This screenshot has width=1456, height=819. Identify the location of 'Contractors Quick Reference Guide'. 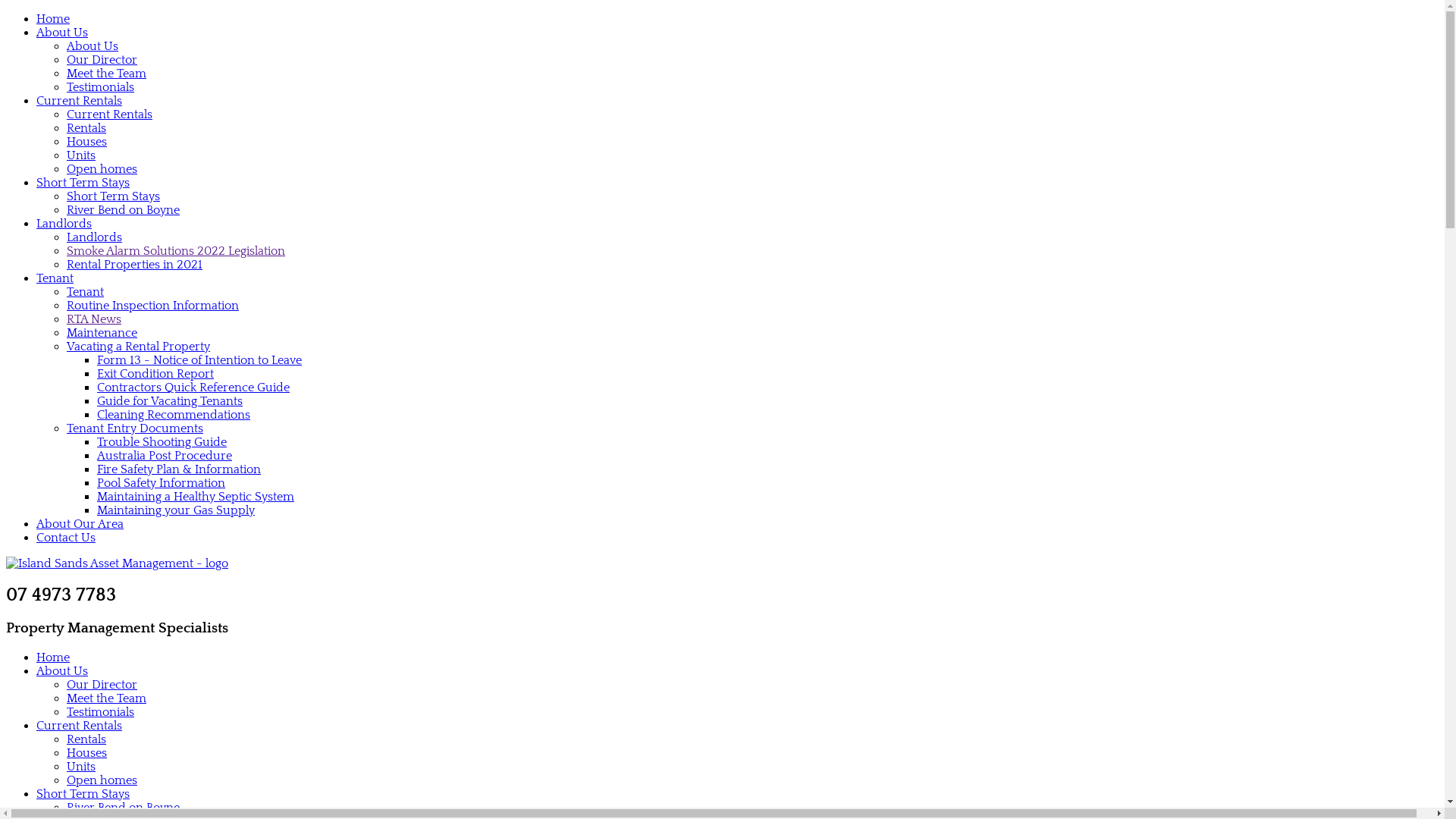
(96, 386).